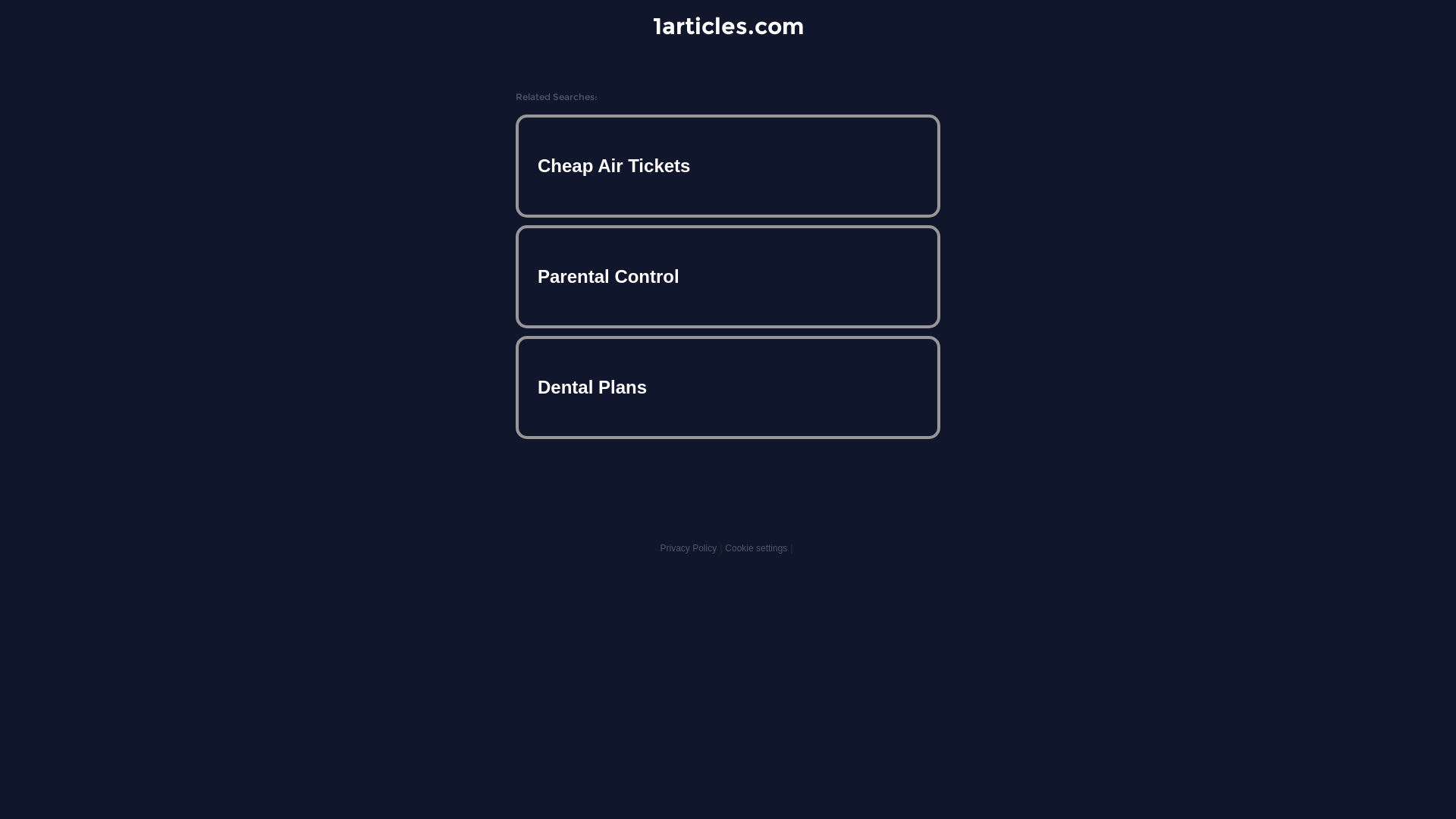  I want to click on 'Privacy Policy', so click(687, 548).